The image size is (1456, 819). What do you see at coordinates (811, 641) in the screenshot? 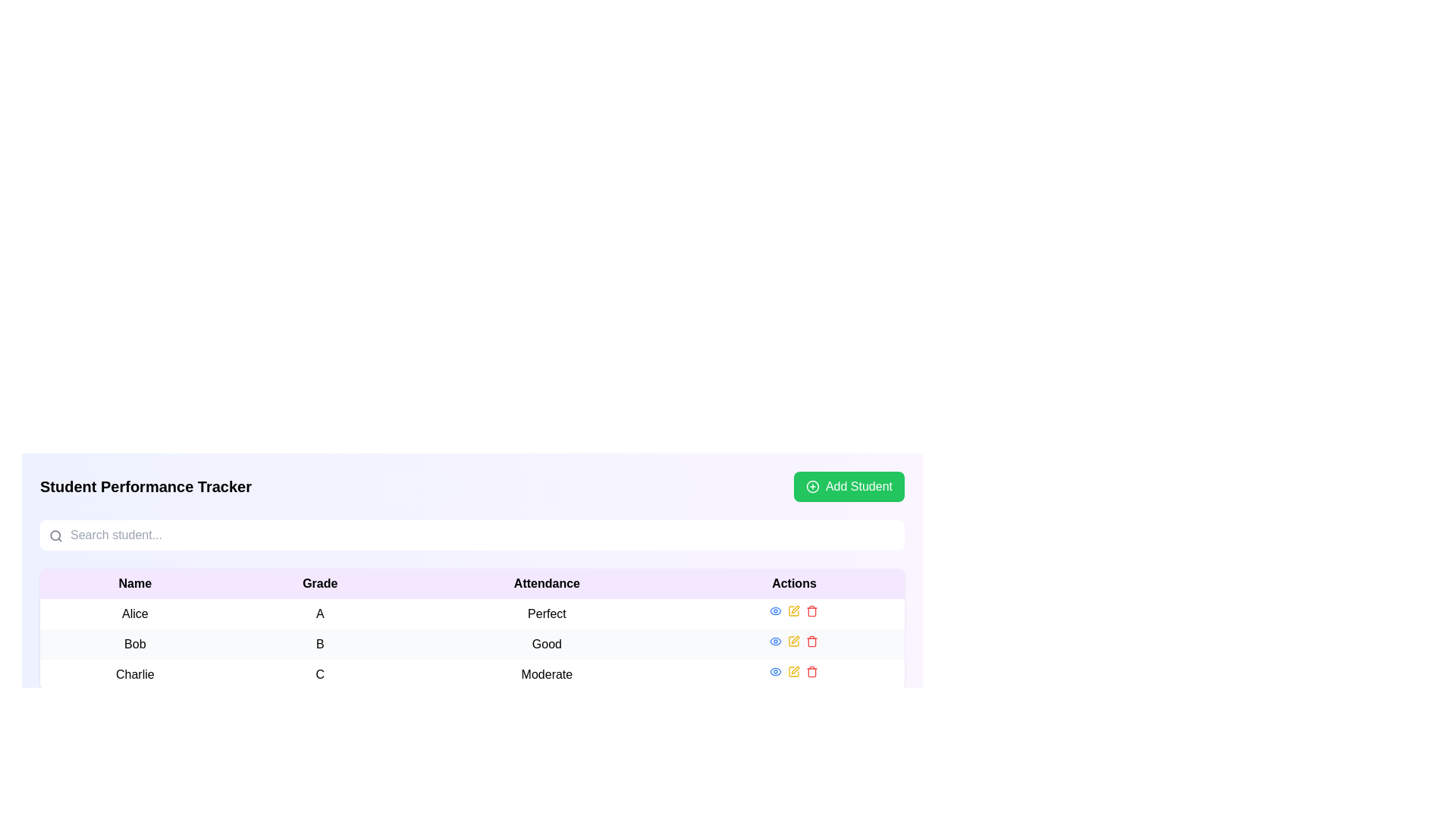
I see `the red trash can icon button located as the third interactive action button in the 'Actions' column of the second row` at bounding box center [811, 641].